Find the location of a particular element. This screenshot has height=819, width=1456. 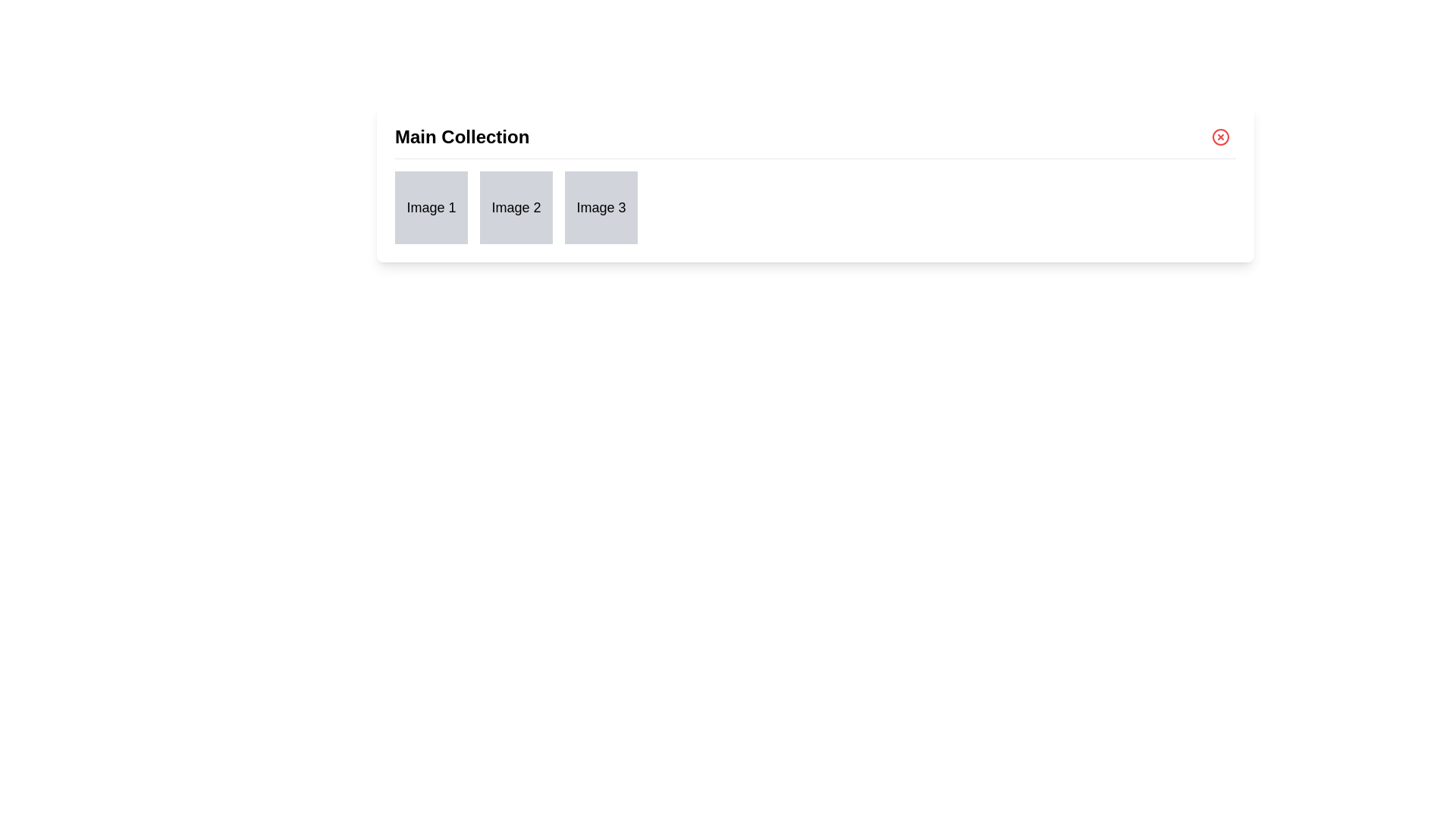

the 'Image 1' button with a light gray background, which is the leftmost button in the group under the 'Main Collection' header is located at coordinates (431, 207).